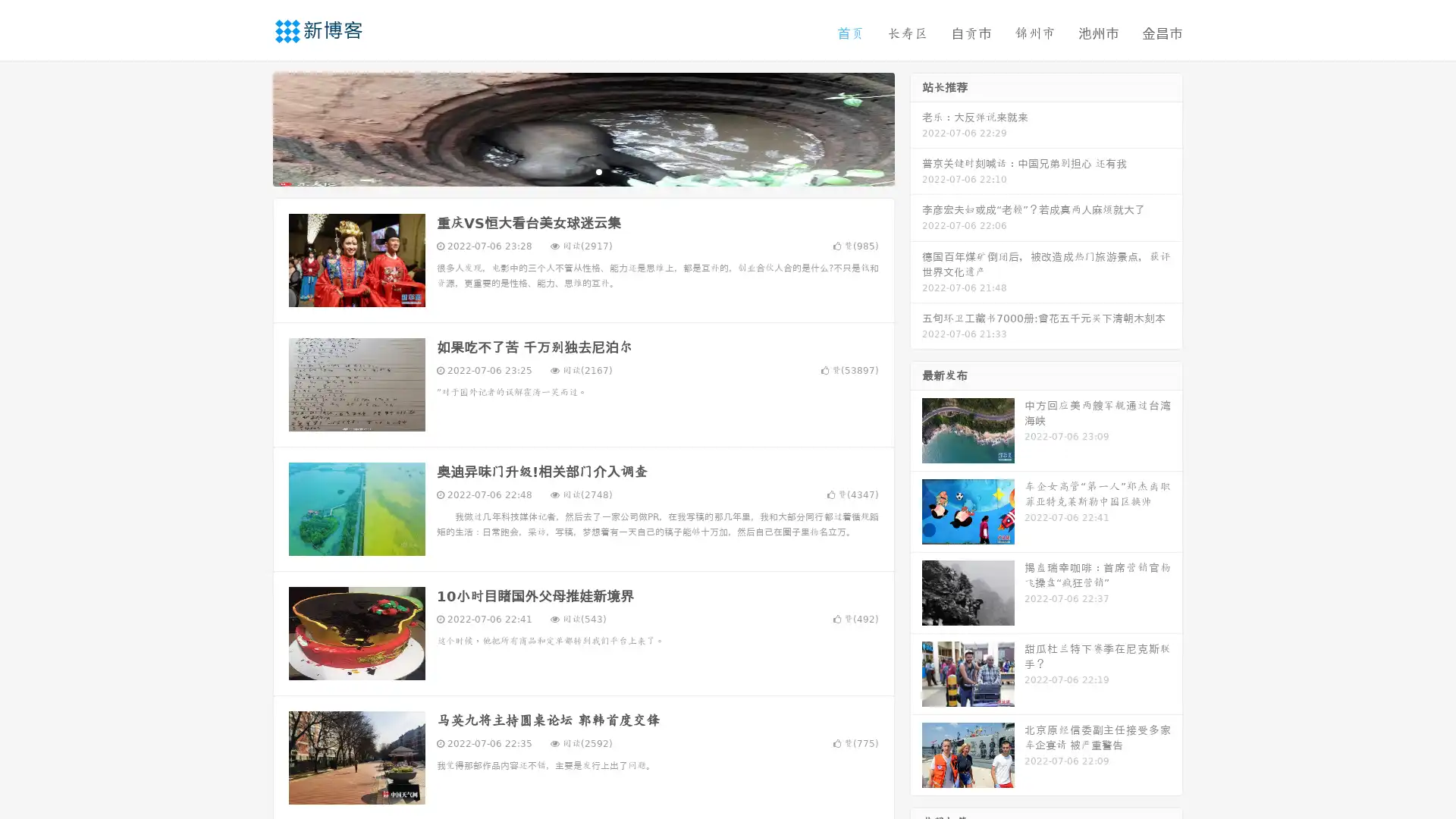 The width and height of the screenshot is (1456, 819). What do you see at coordinates (250, 127) in the screenshot?
I see `Previous slide` at bounding box center [250, 127].